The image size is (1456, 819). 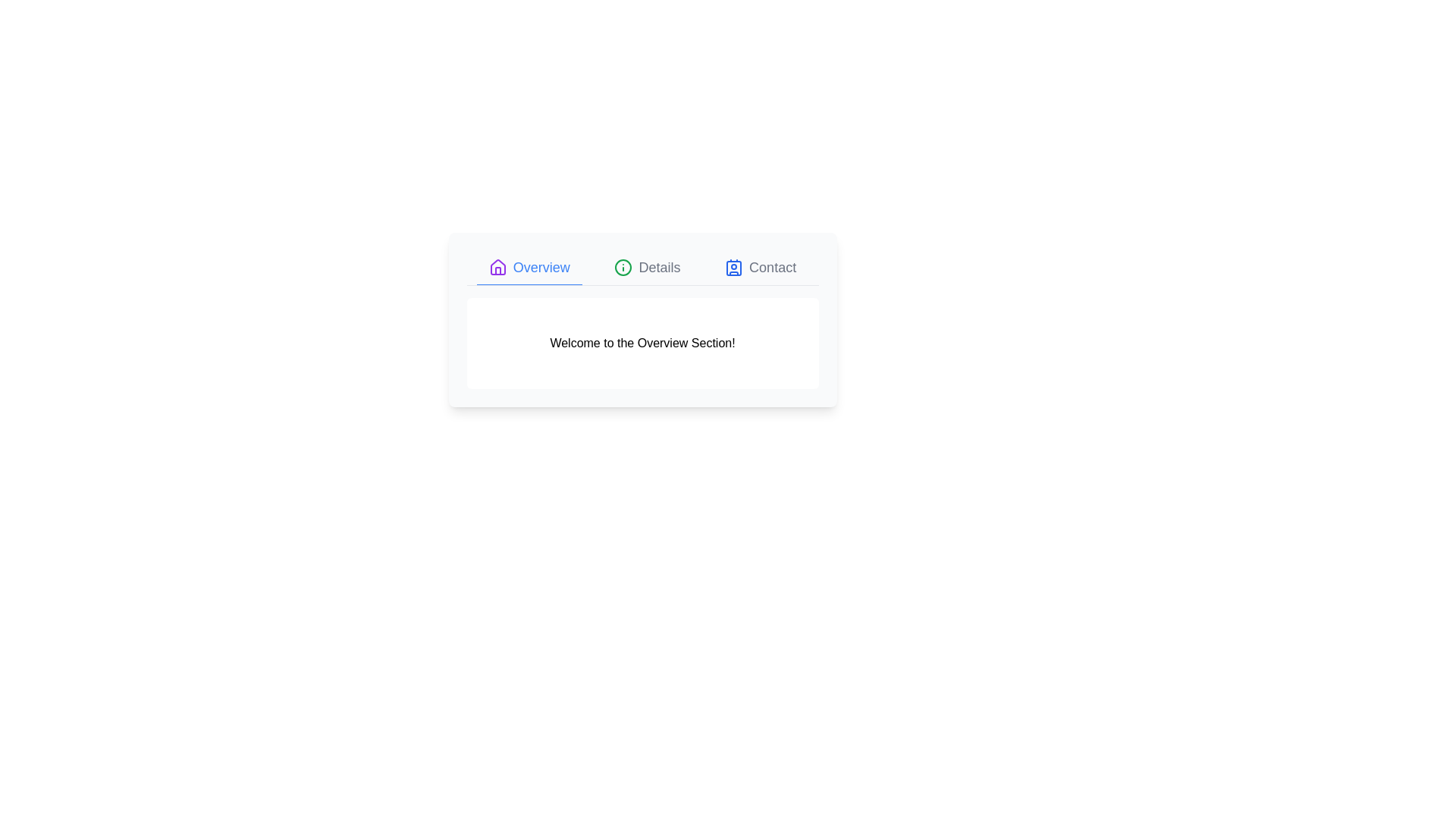 I want to click on the Details tab to examine its content, so click(x=648, y=267).